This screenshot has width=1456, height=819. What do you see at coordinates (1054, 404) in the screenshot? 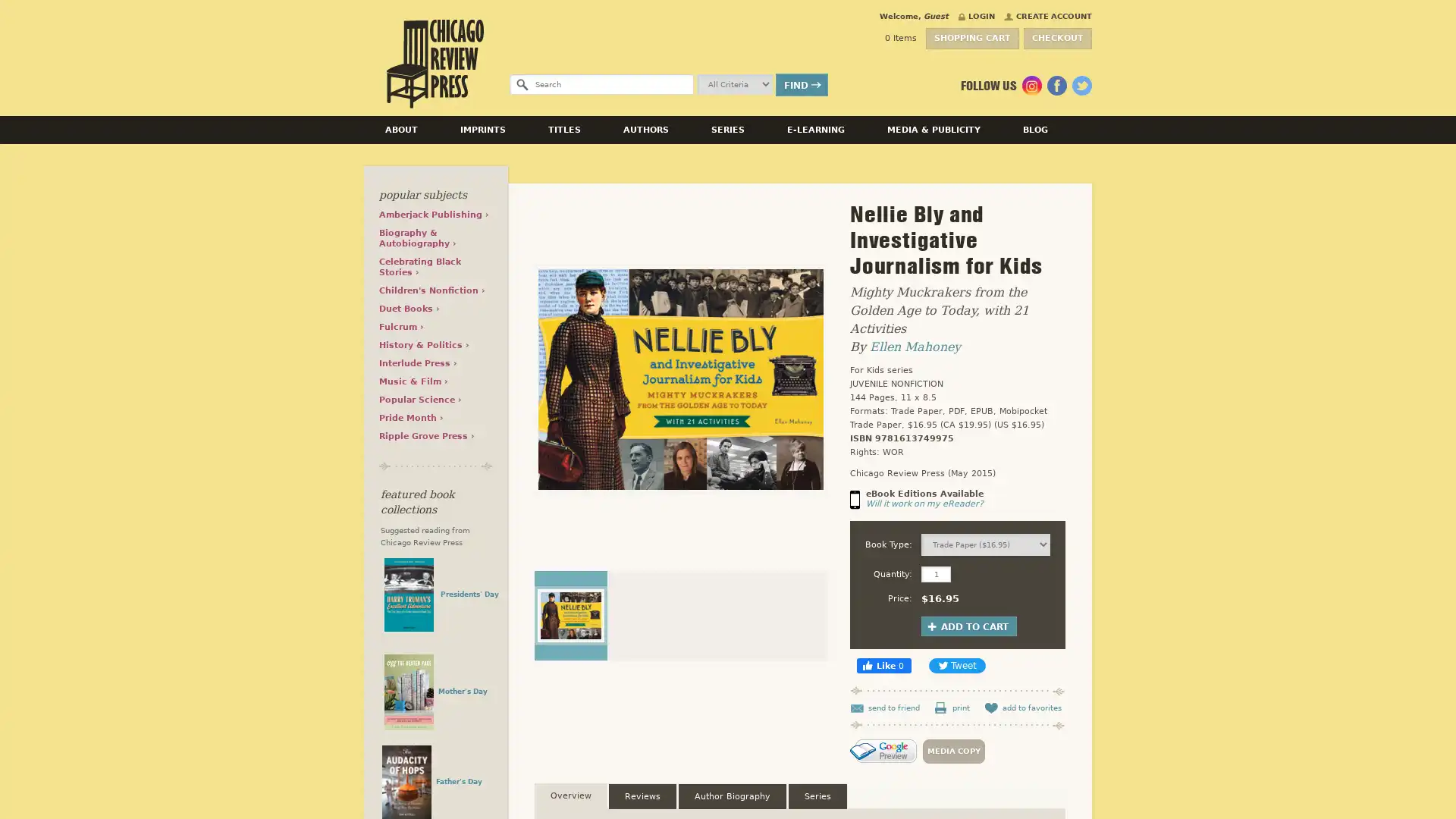
I see `Subscribe` at bounding box center [1054, 404].